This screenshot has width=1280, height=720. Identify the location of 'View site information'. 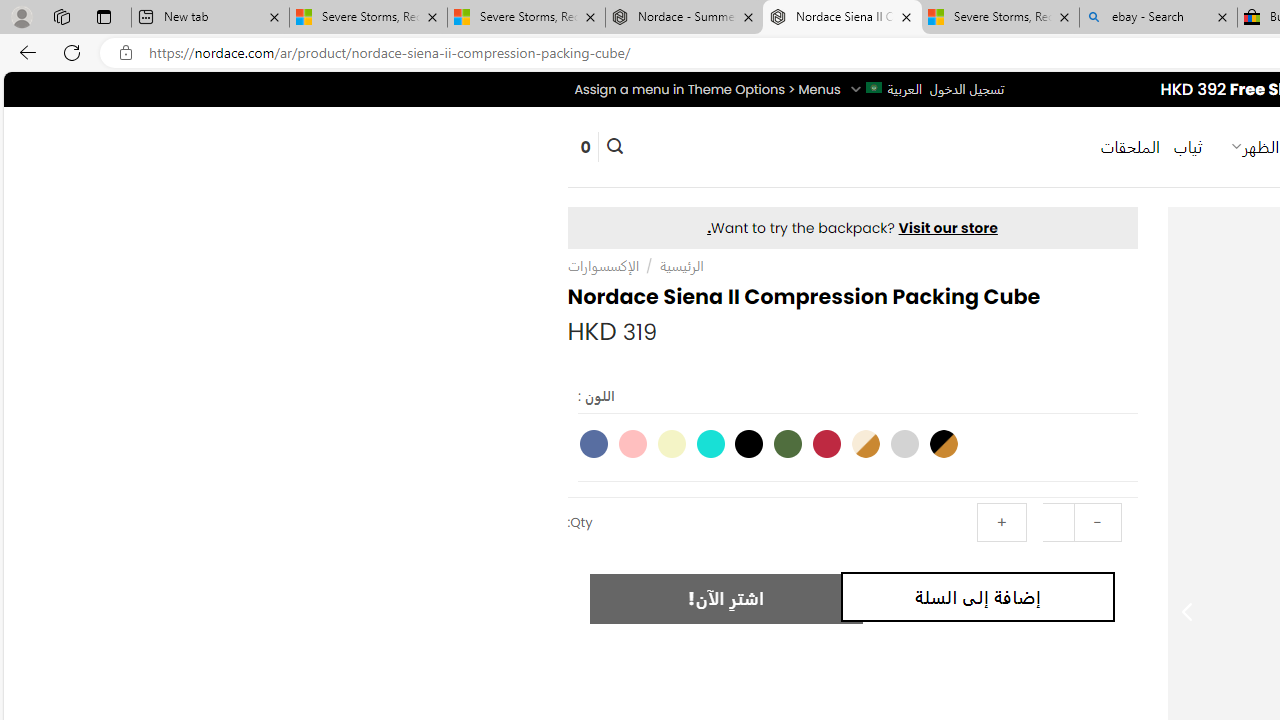
(125, 52).